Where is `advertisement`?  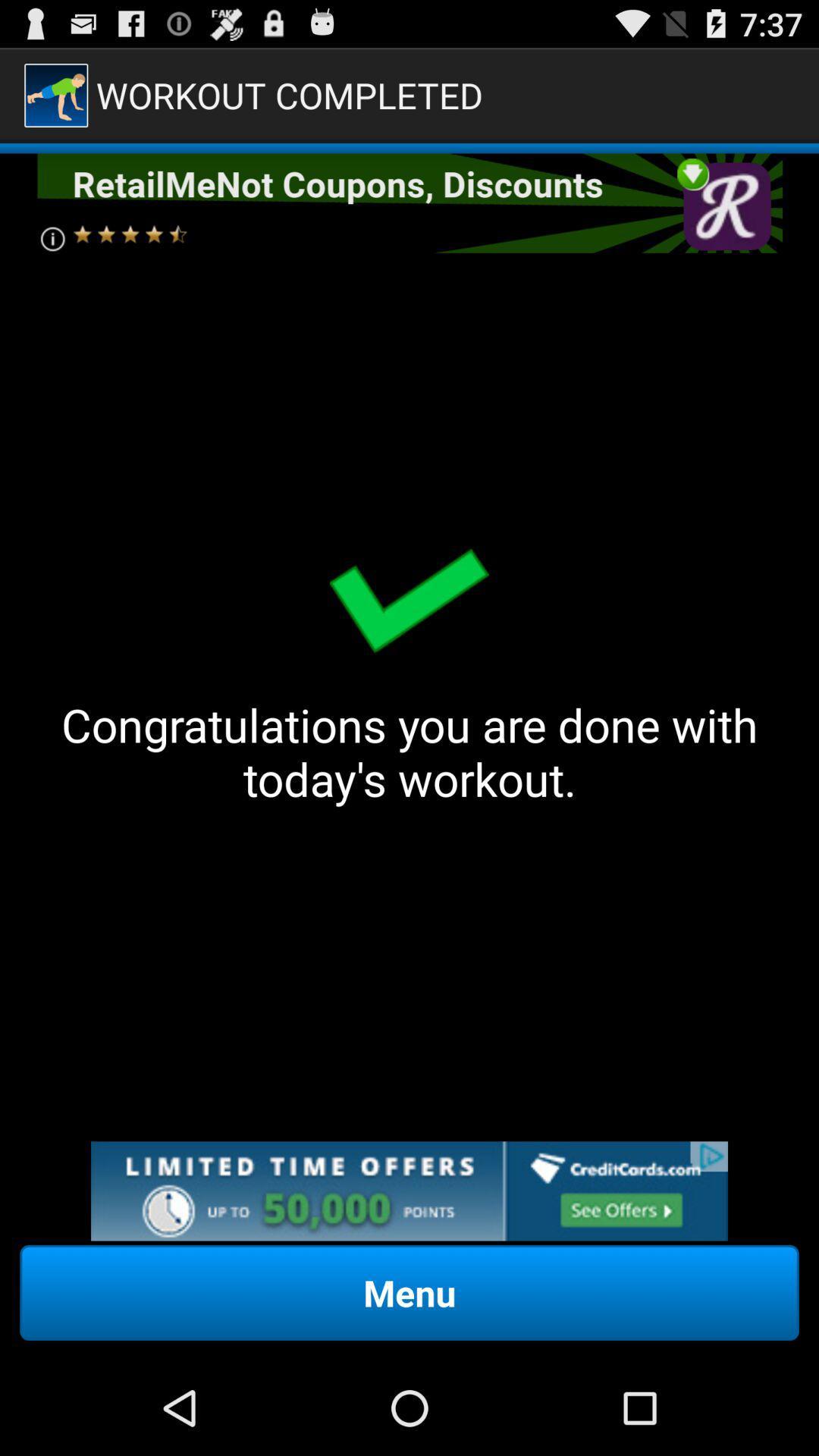
advertisement is located at coordinates (409, 1190).